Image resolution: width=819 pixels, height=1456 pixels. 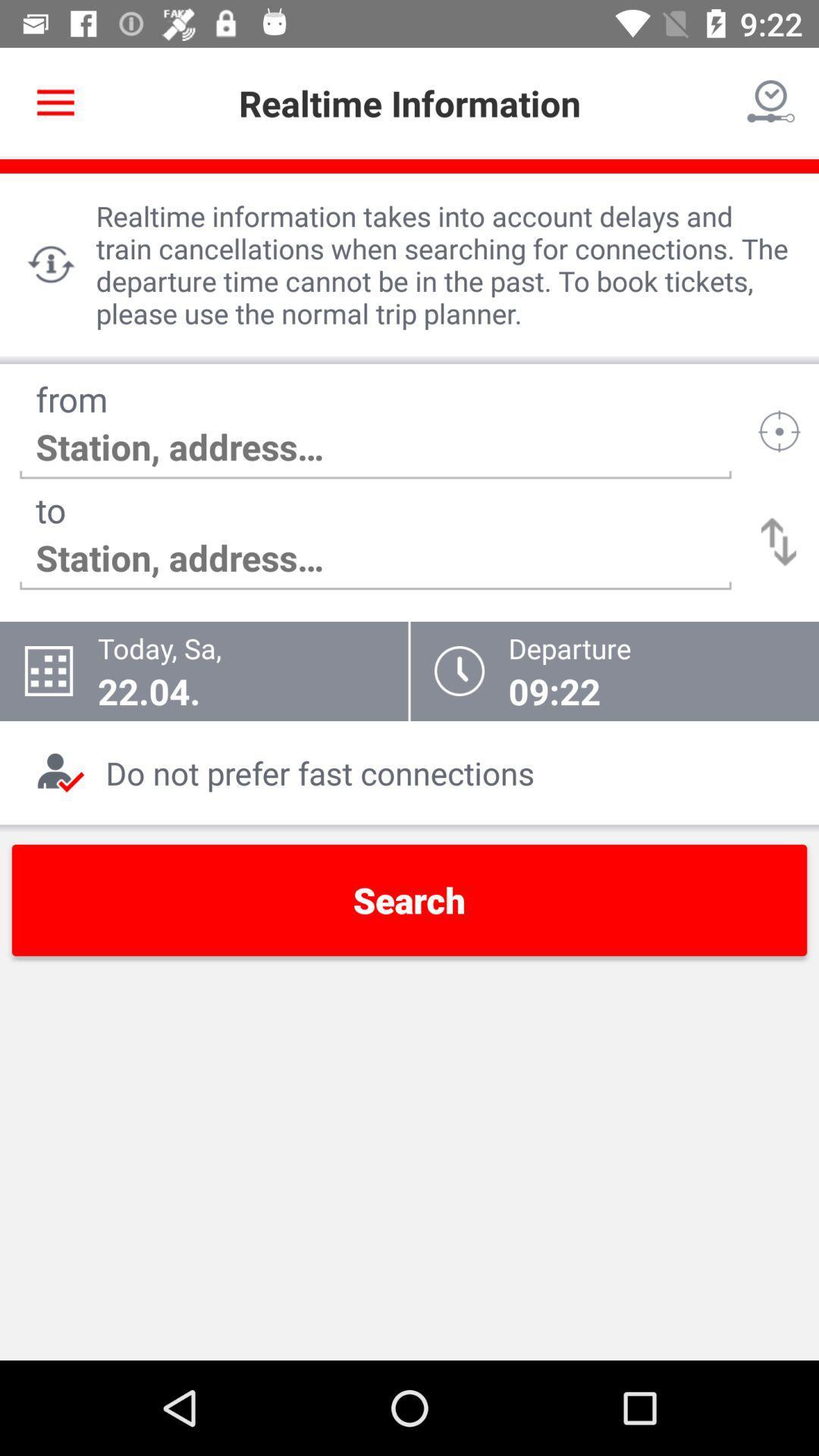 I want to click on field stationaddress below from, so click(x=375, y=447).